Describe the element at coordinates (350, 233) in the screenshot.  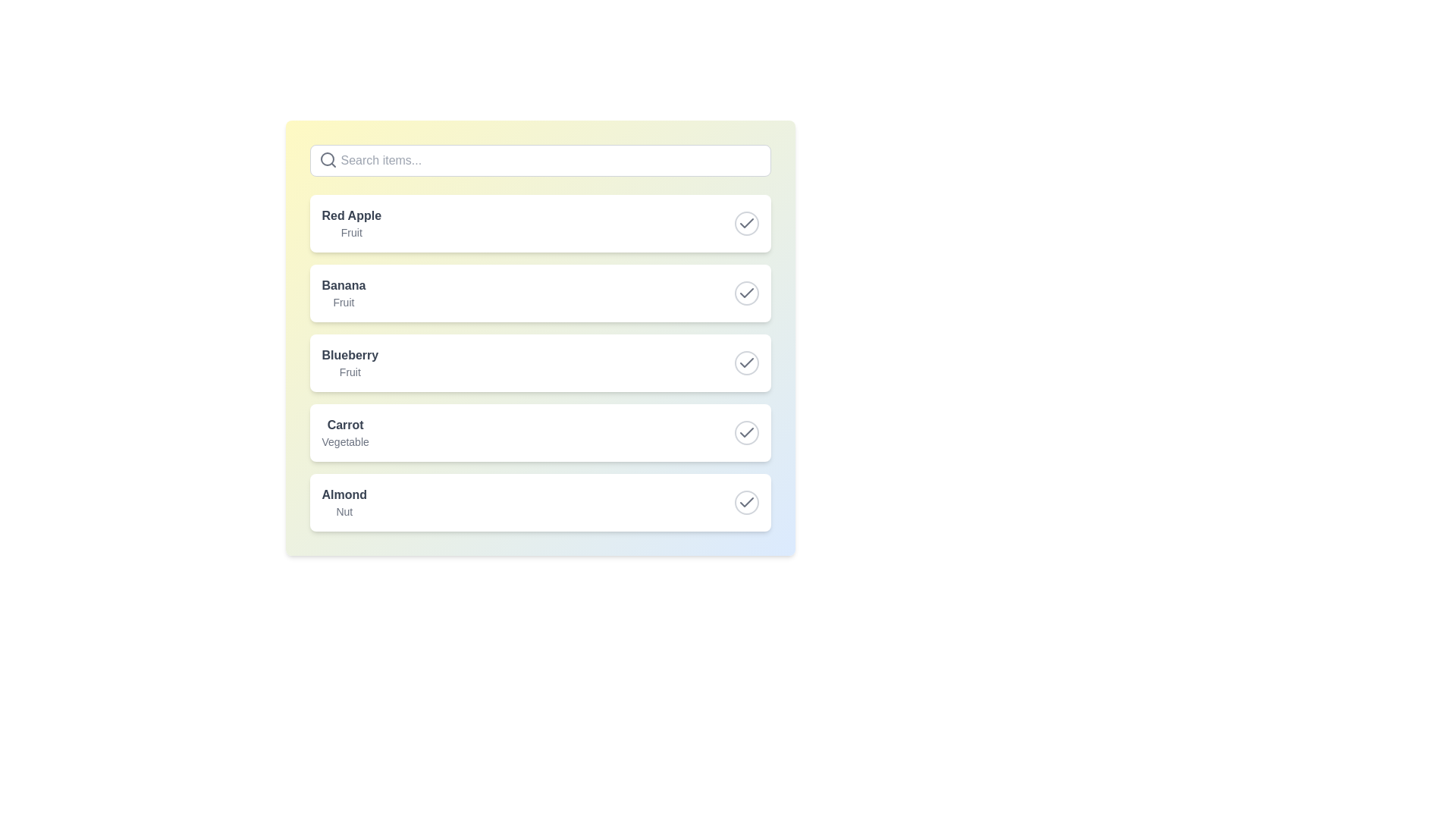
I see `'Fruit' label, which is a small text element in gray color positioned below the 'Red Apple' title in the first entry of the vertical list` at that location.